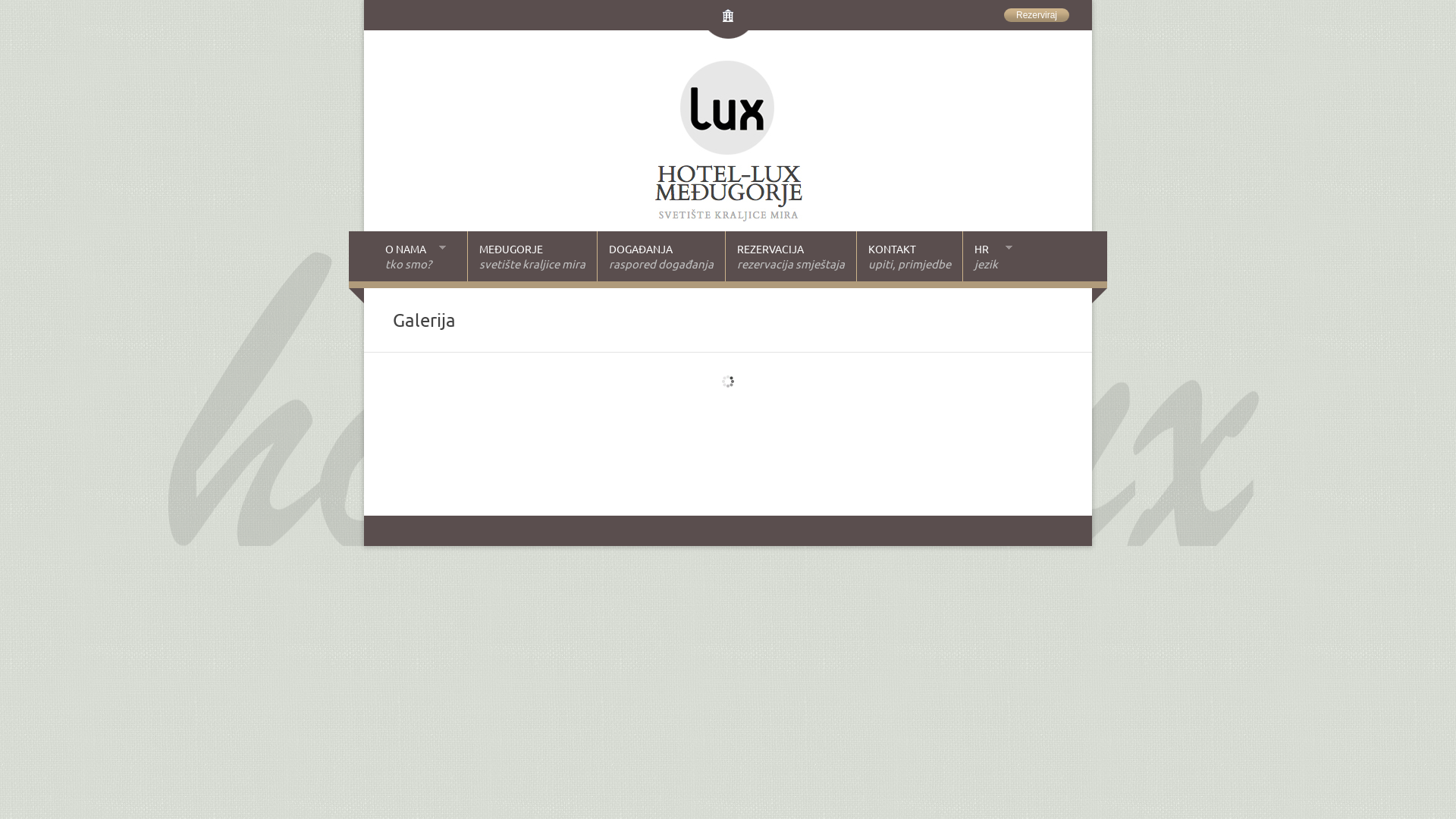 This screenshot has height=819, width=1456. What do you see at coordinates (531, 434) in the screenshot?
I see `'DSC-75'` at bounding box center [531, 434].